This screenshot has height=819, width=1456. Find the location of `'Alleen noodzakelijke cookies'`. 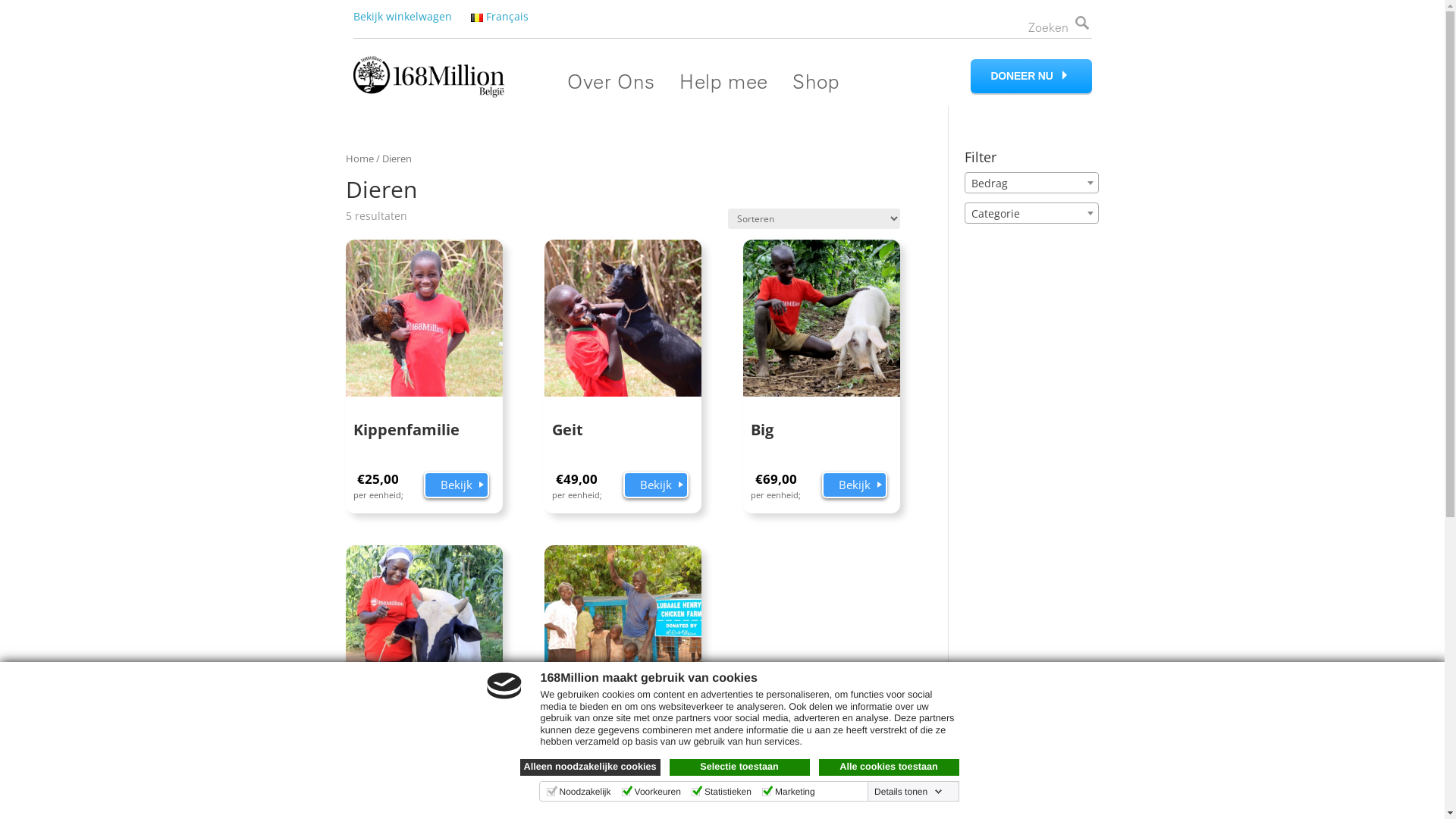

'Alleen noodzakelijke cookies' is located at coordinates (589, 767).